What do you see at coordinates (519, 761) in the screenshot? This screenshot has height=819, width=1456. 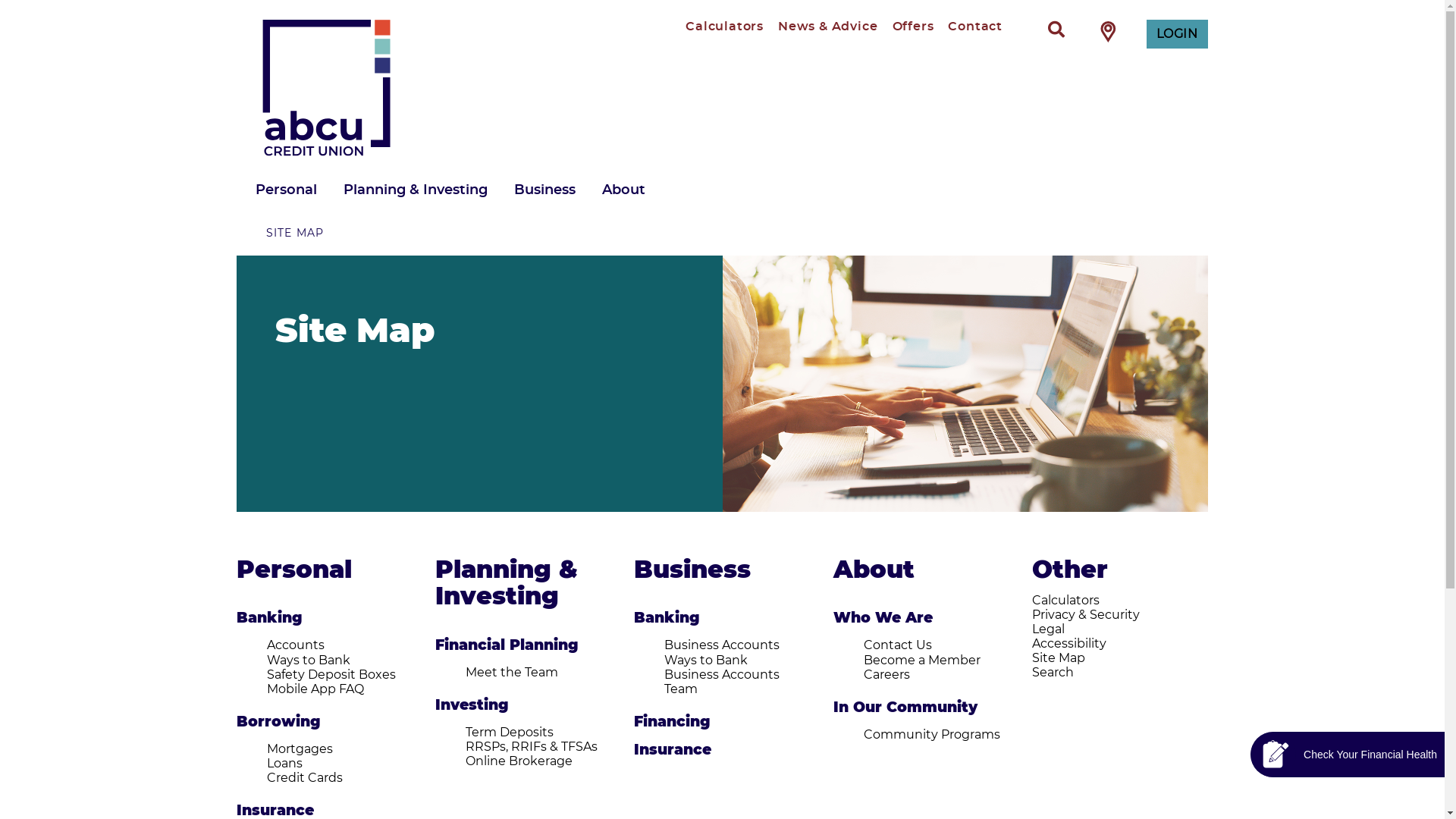 I see `'Online Brokerage'` at bounding box center [519, 761].